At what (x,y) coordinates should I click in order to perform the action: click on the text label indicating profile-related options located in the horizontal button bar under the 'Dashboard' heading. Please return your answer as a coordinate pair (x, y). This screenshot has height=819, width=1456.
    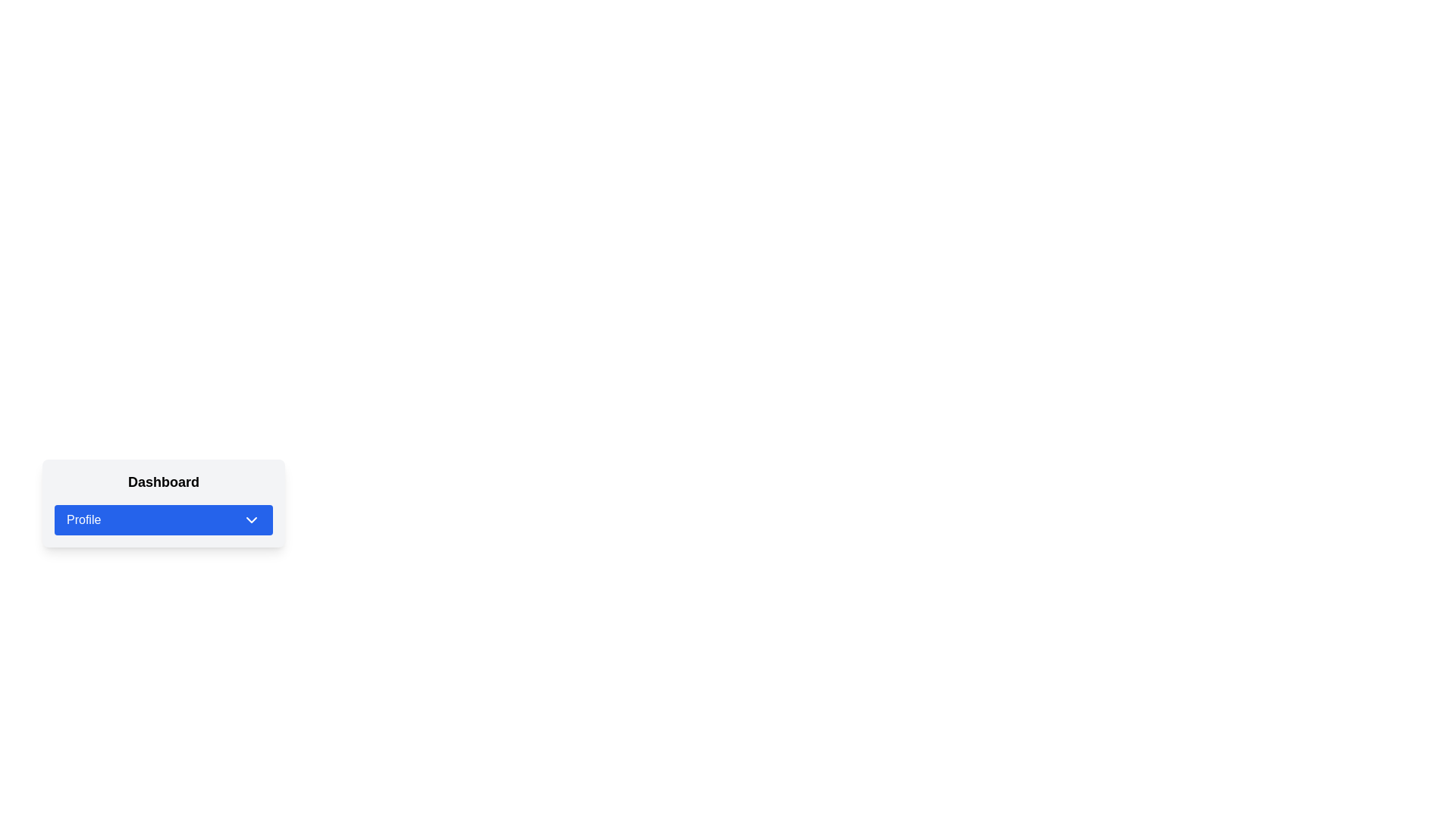
    Looking at the image, I should click on (83, 519).